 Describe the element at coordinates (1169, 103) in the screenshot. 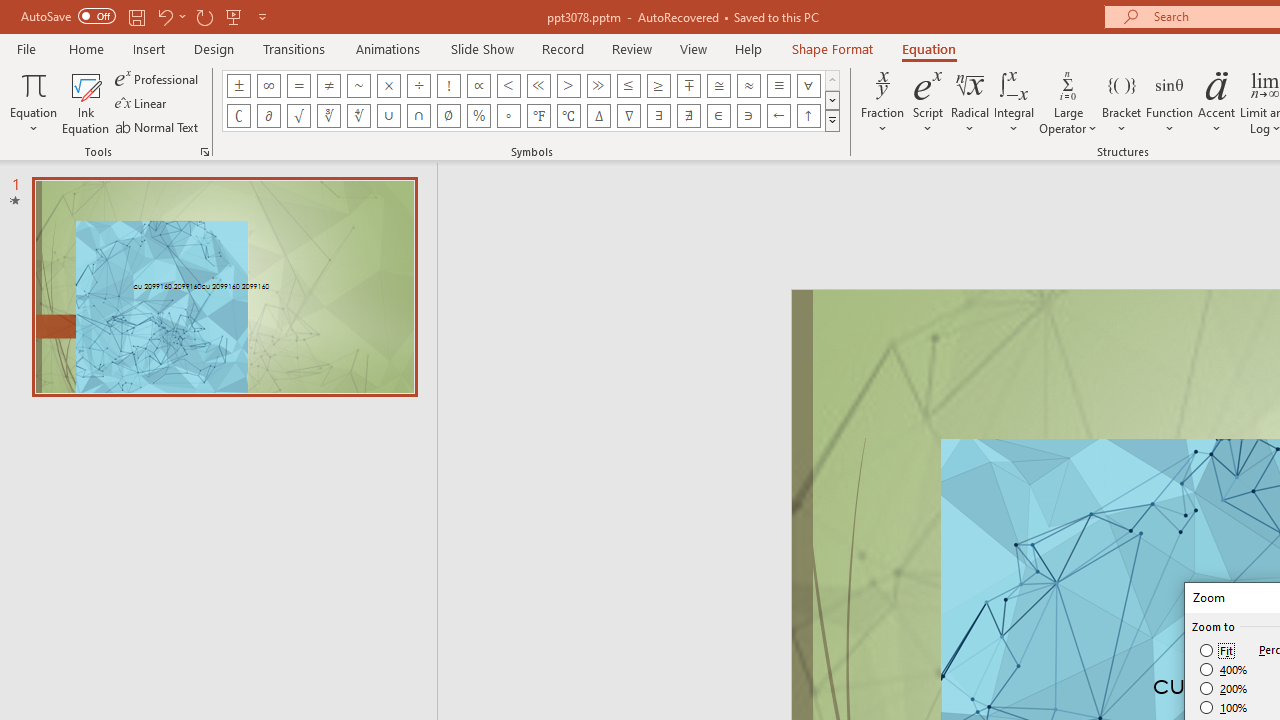

I see `'Function'` at that location.